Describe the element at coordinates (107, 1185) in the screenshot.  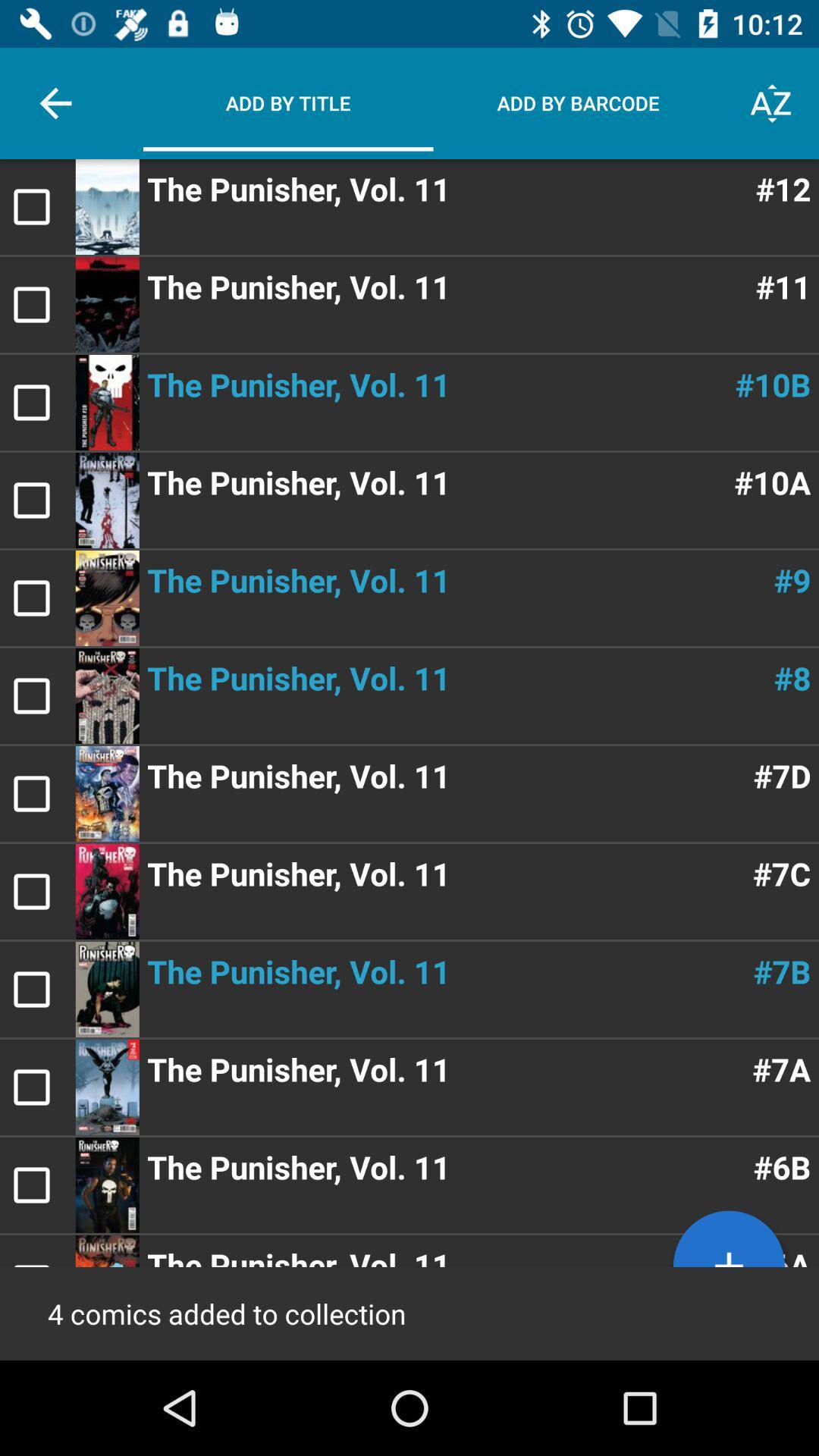
I see `the image which is on the left side of 6b` at that location.